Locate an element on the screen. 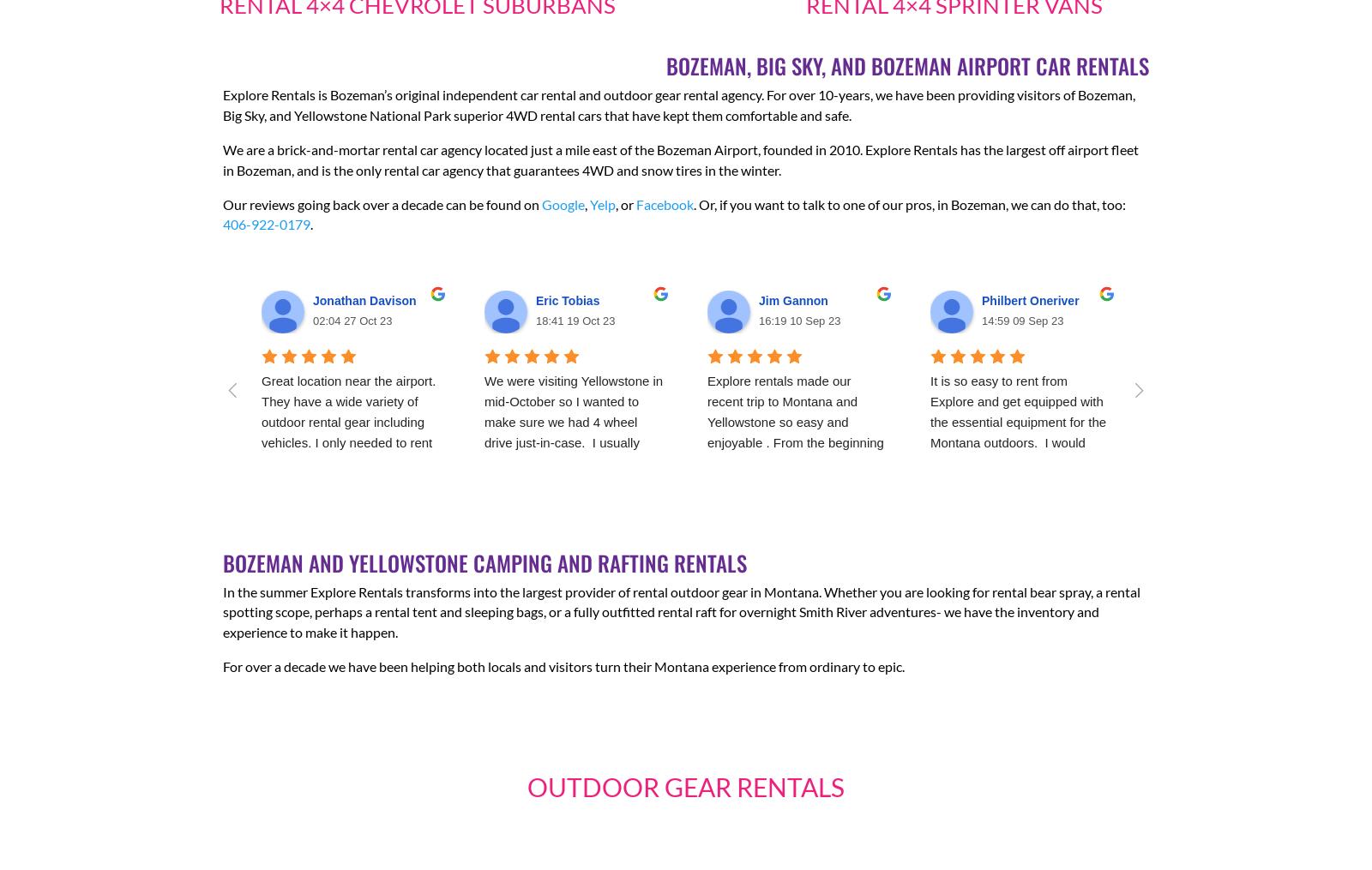 This screenshot has height=870, width=1372. '.' is located at coordinates (311, 224).